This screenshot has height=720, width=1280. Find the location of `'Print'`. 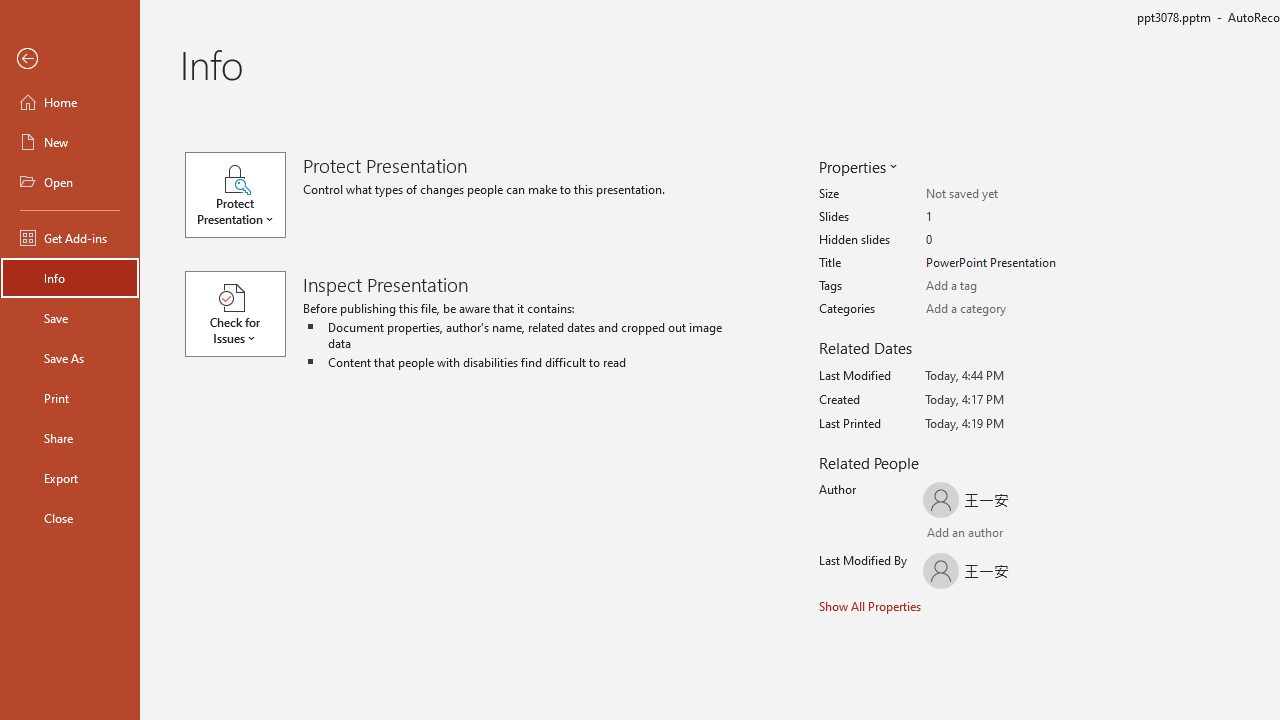

'Print' is located at coordinates (69, 398).